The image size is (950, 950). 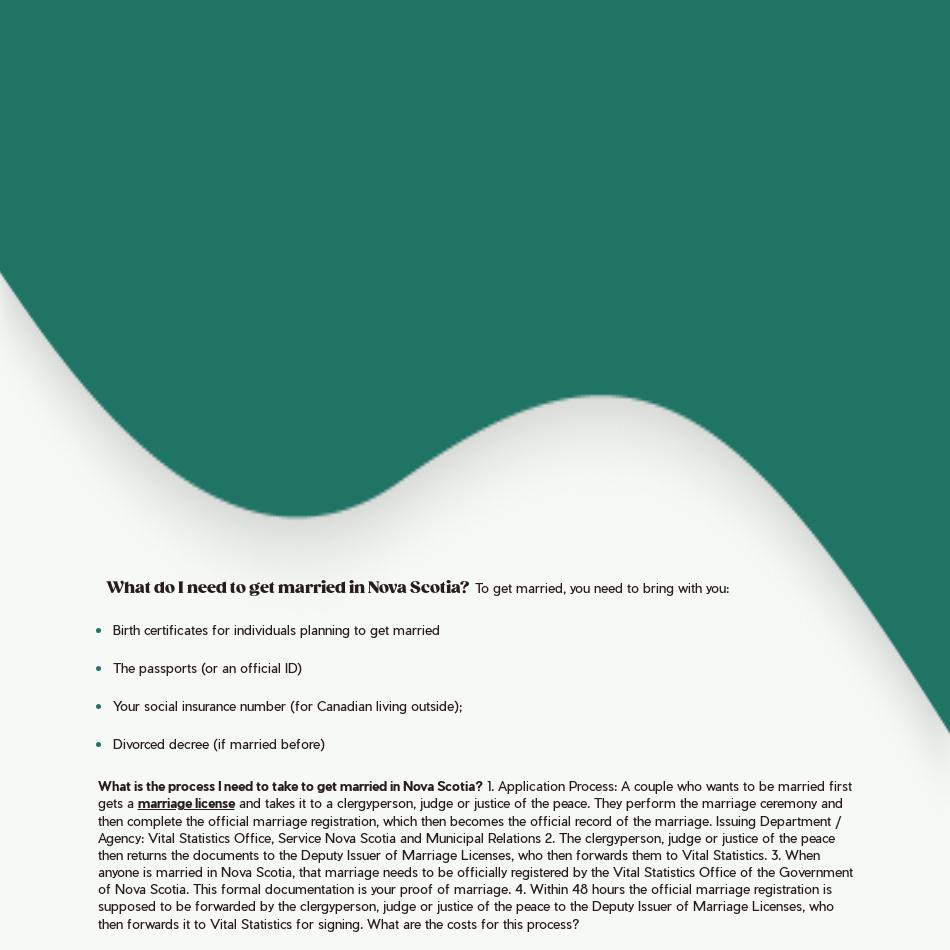 What do you see at coordinates (600, 587) in the screenshot?
I see `'To get married, you need to bring with you:'` at bounding box center [600, 587].